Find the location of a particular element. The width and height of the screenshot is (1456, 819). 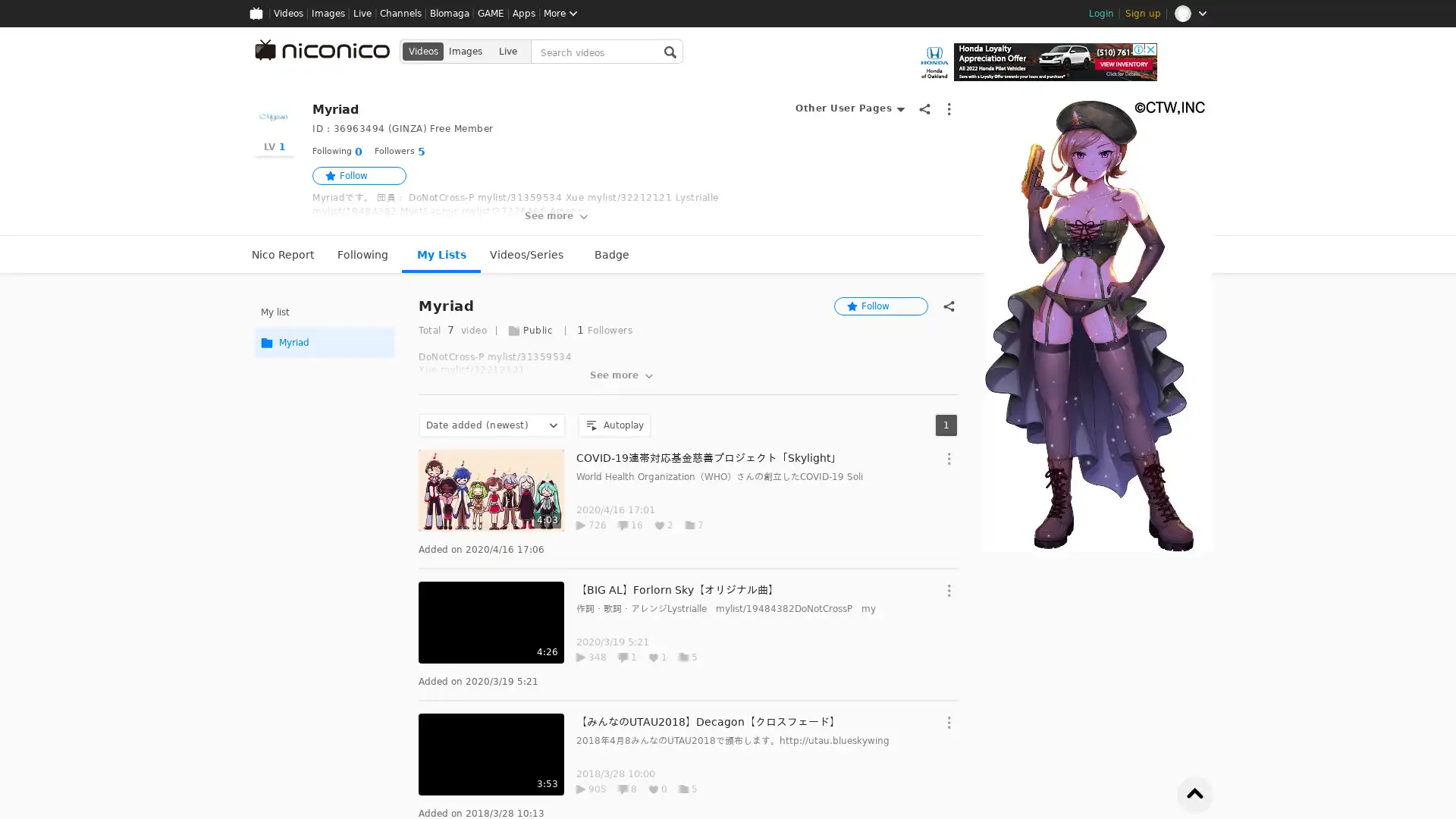

See more is located at coordinates (557, 216).